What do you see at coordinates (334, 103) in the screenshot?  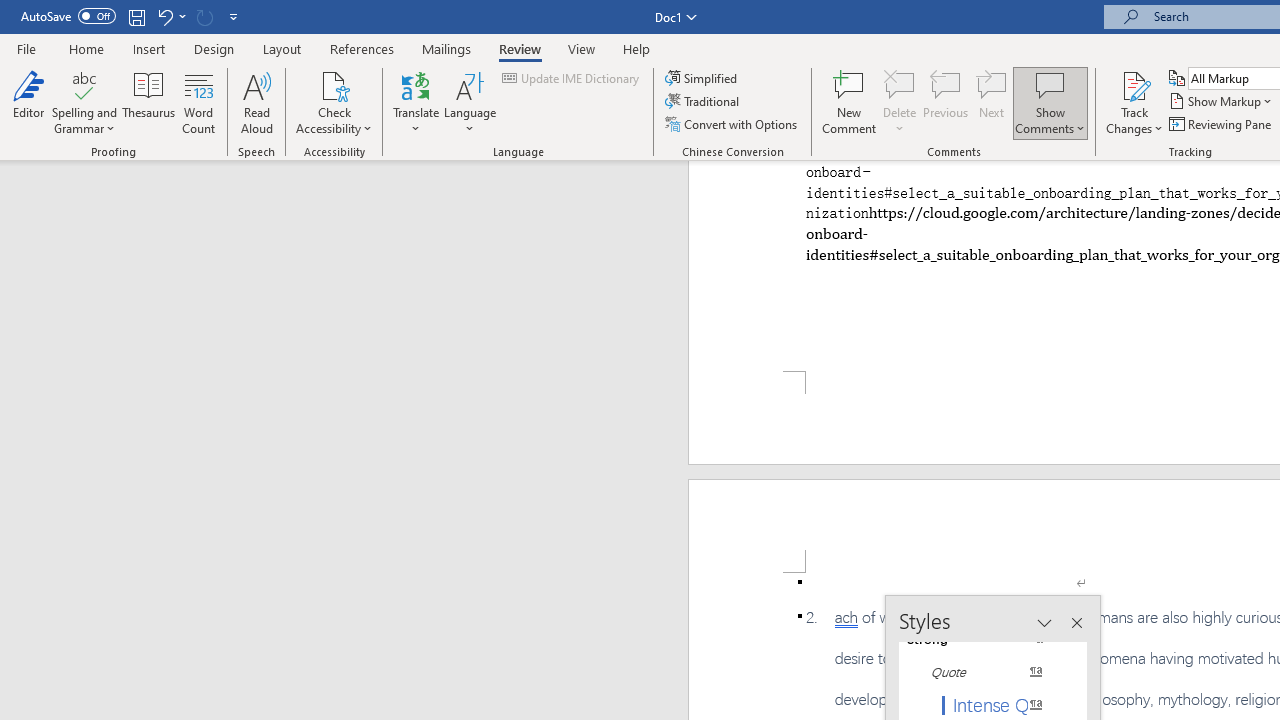 I see `'Check Accessibility'` at bounding box center [334, 103].